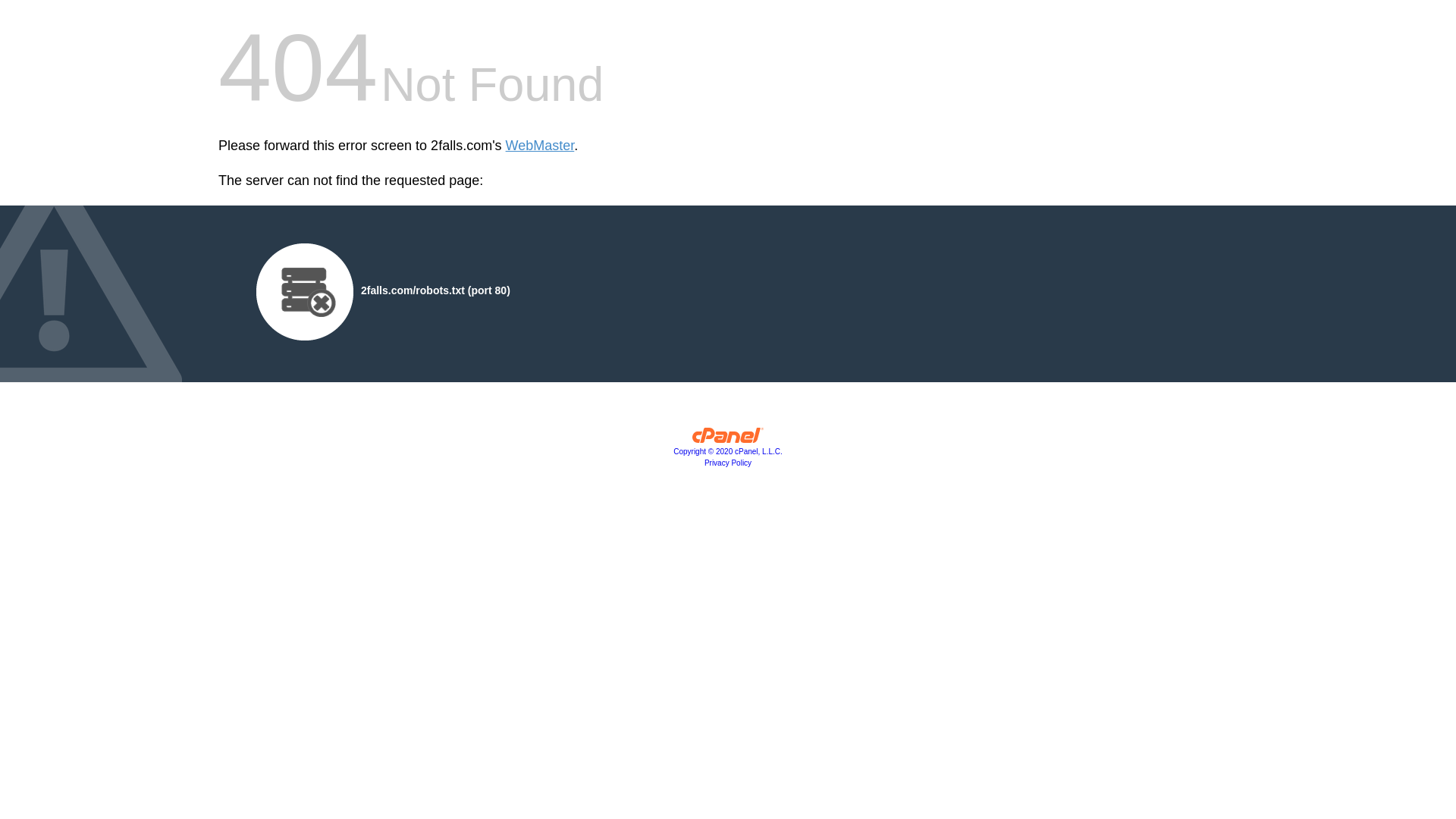 The image size is (1456, 819). I want to click on 'Privacy Policy', so click(728, 462).